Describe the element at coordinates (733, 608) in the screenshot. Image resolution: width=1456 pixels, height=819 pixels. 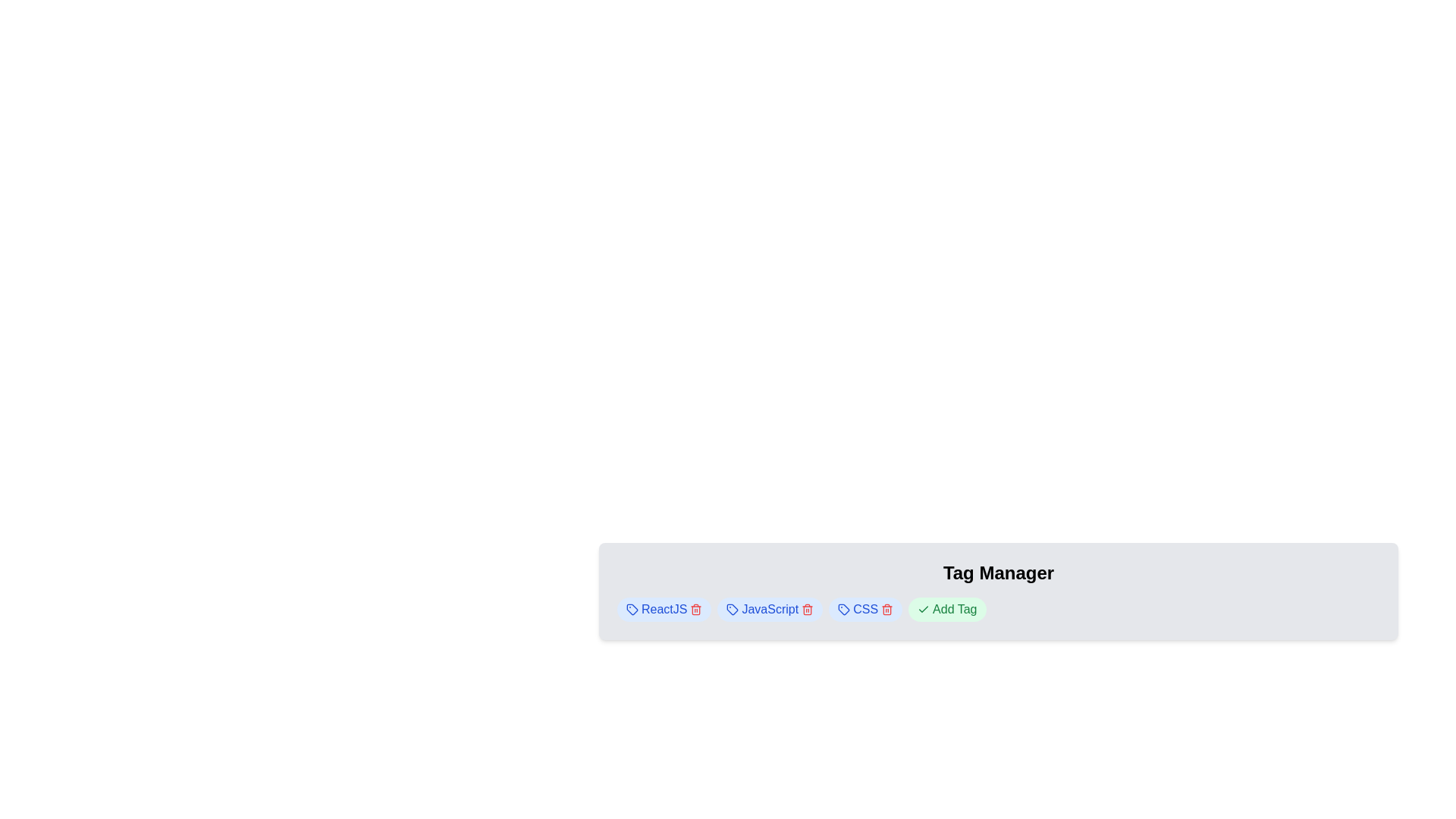
I see `tag-shaped icon representing the 'JavaScript' tag within the horizontal tag list using developer tools` at that location.